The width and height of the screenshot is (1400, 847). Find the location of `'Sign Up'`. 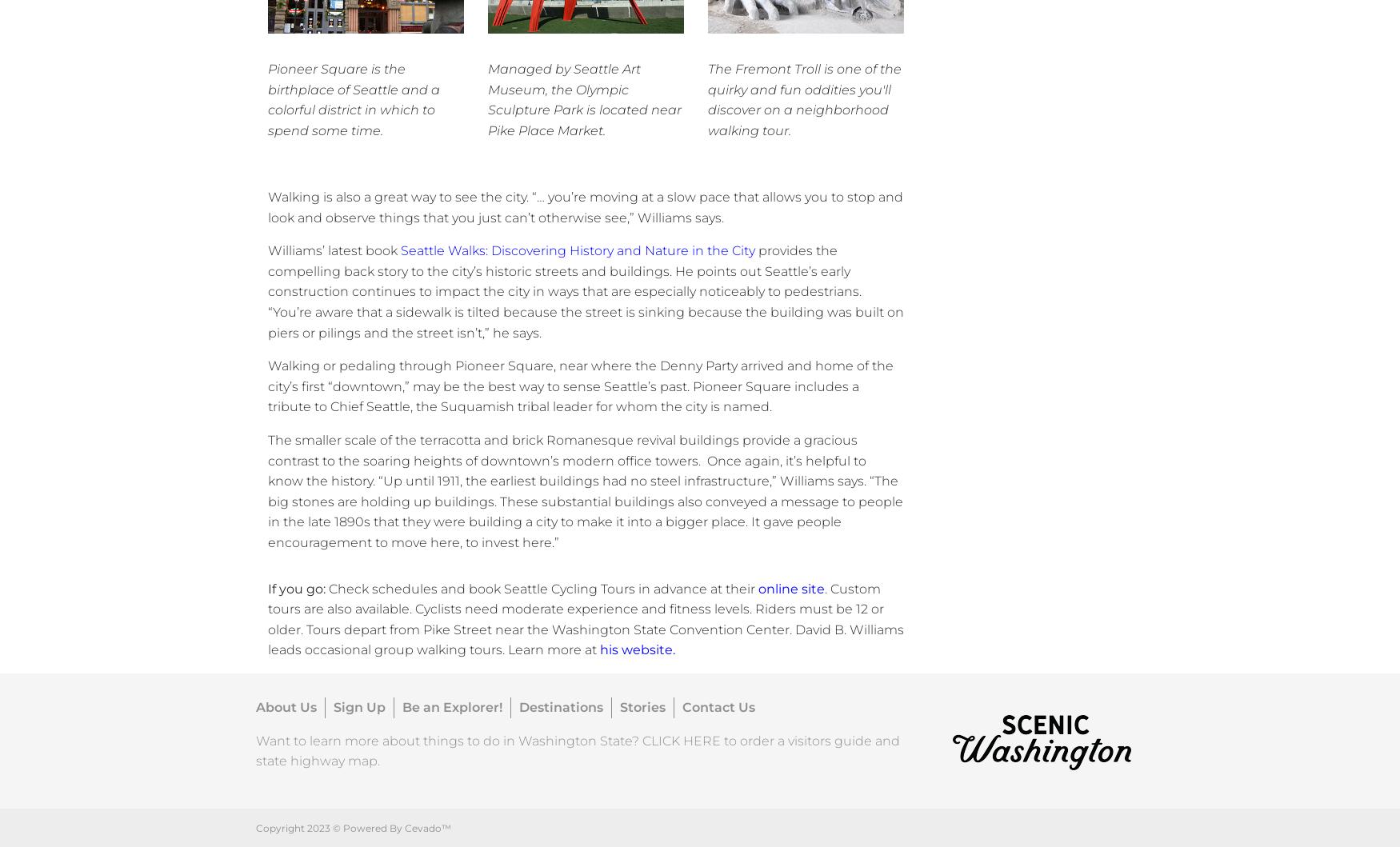

'Sign Up' is located at coordinates (359, 706).